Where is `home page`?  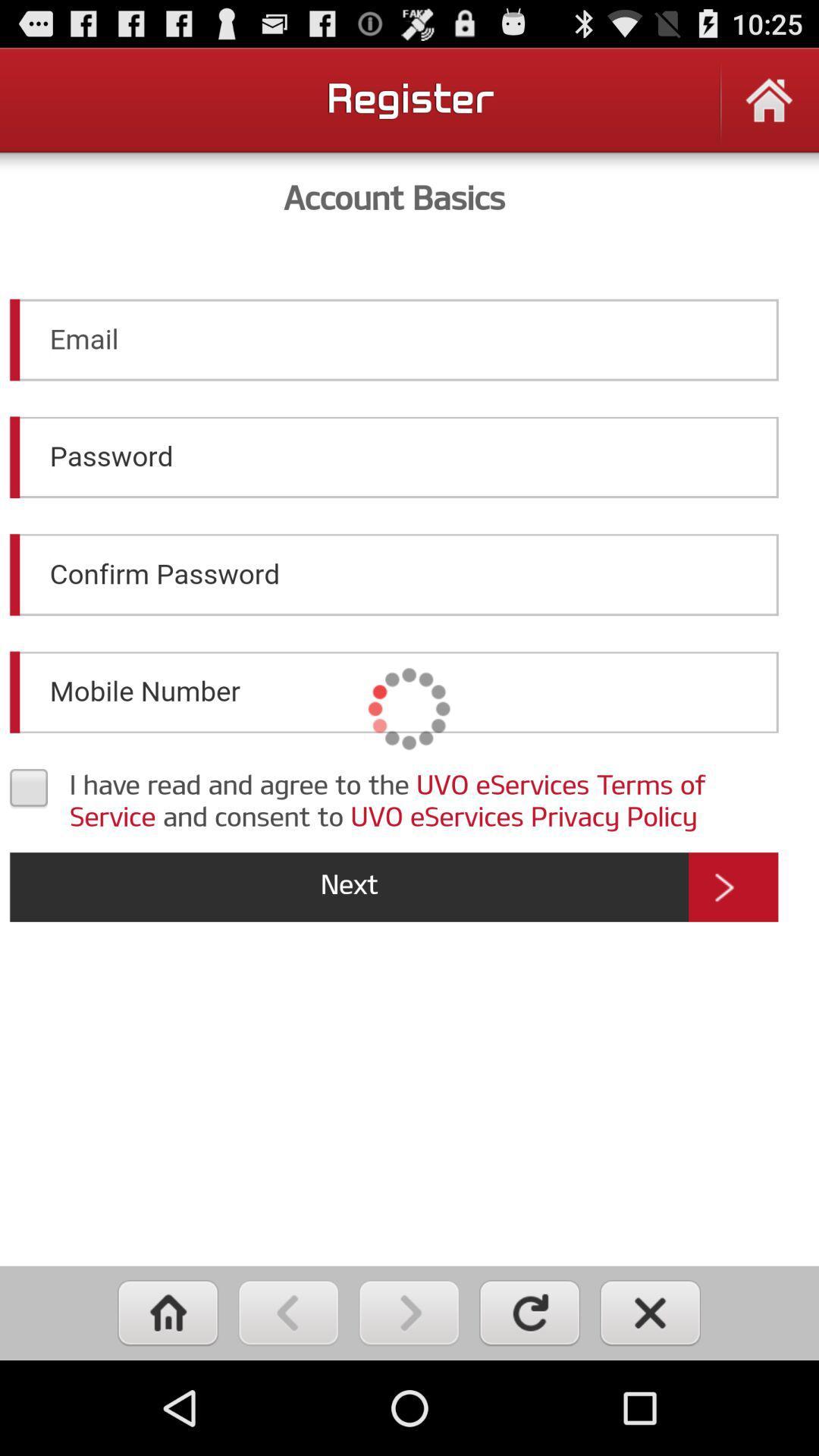
home page is located at coordinates (769, 109).